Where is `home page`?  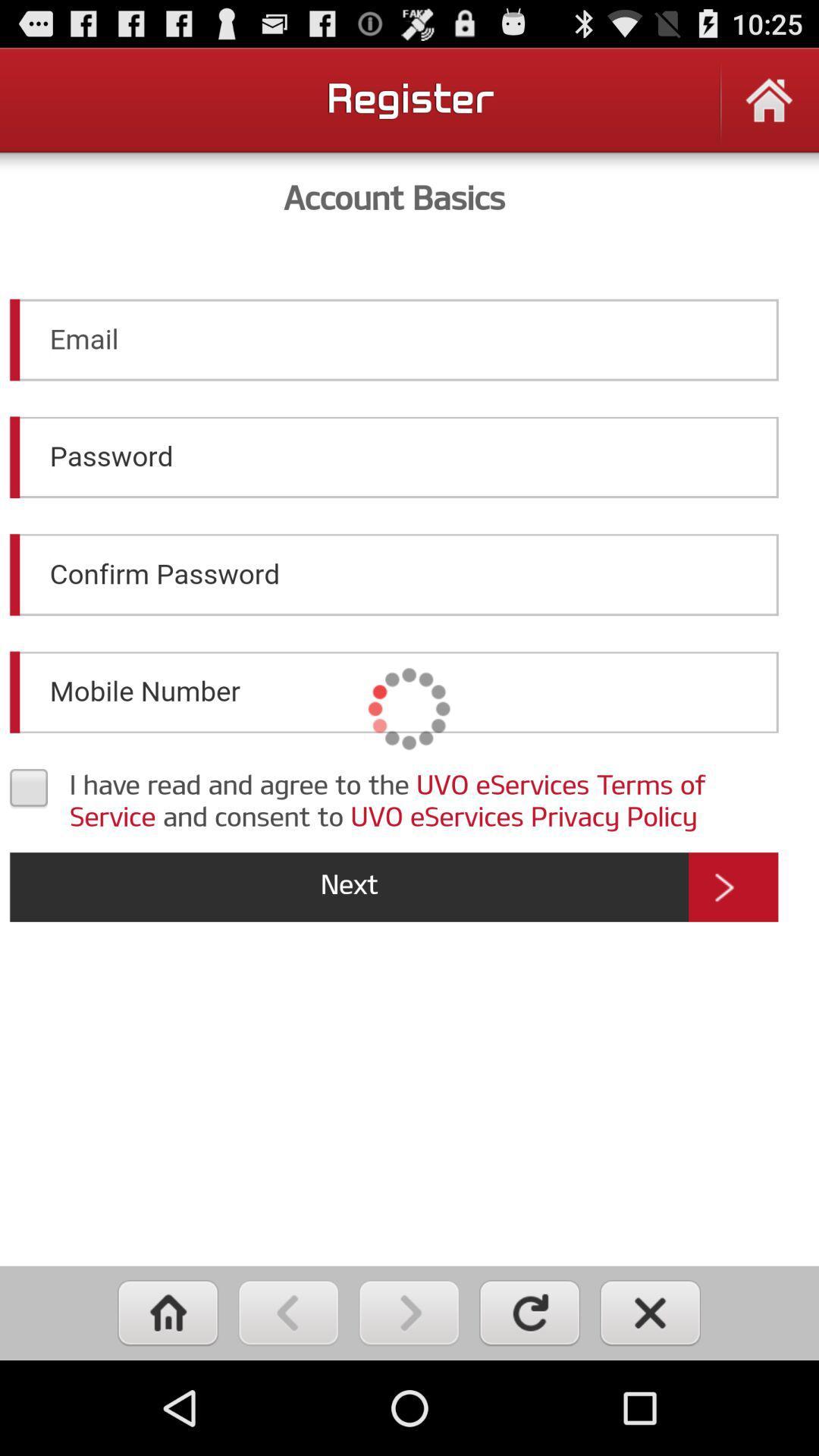
home page is located at coordinates (769, 109).